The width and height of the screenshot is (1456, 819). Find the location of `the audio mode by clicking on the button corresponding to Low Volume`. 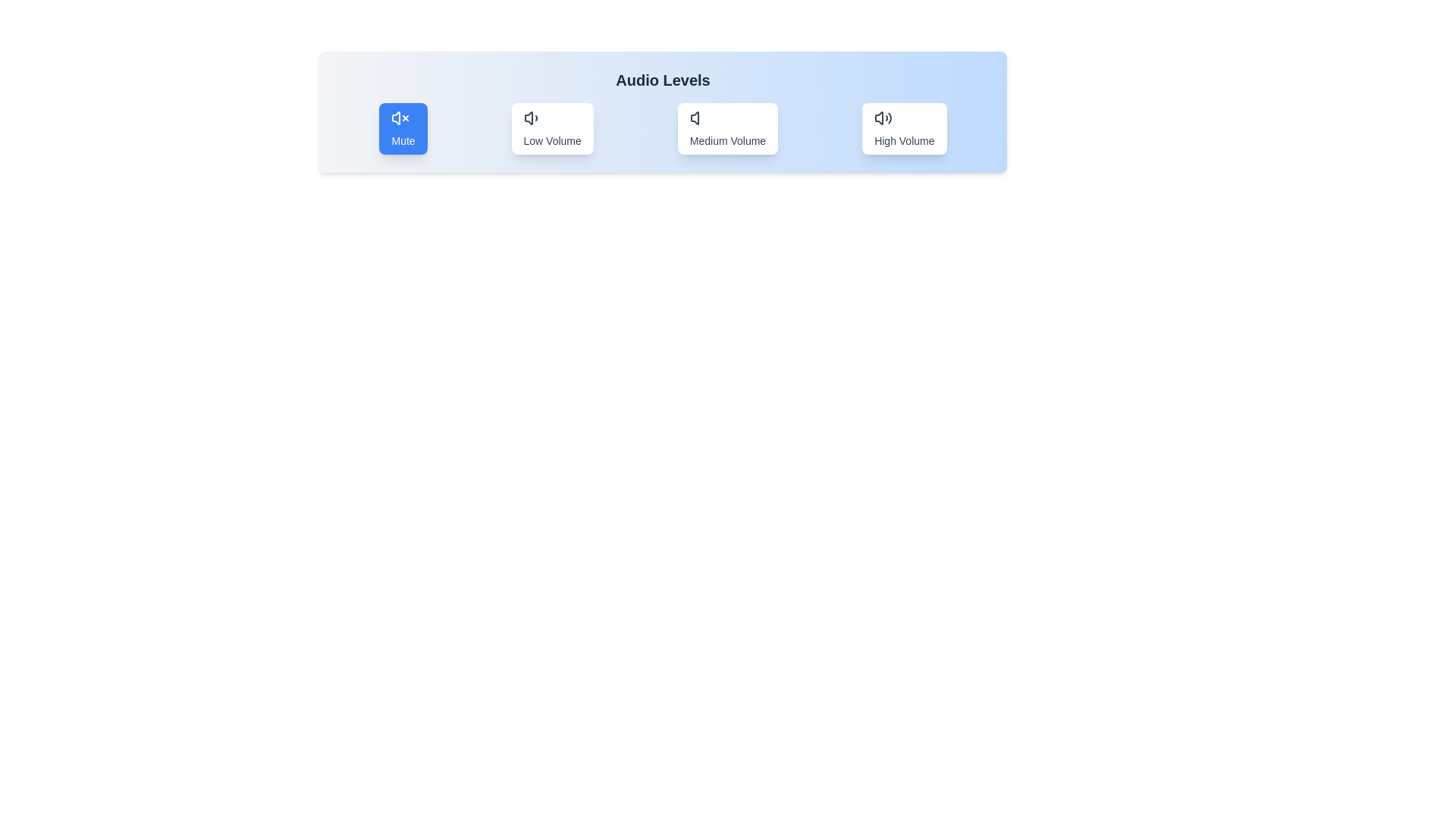

the audio mode by clicking on the button corresponding to Low Volume is located at coordinates (552, 127).